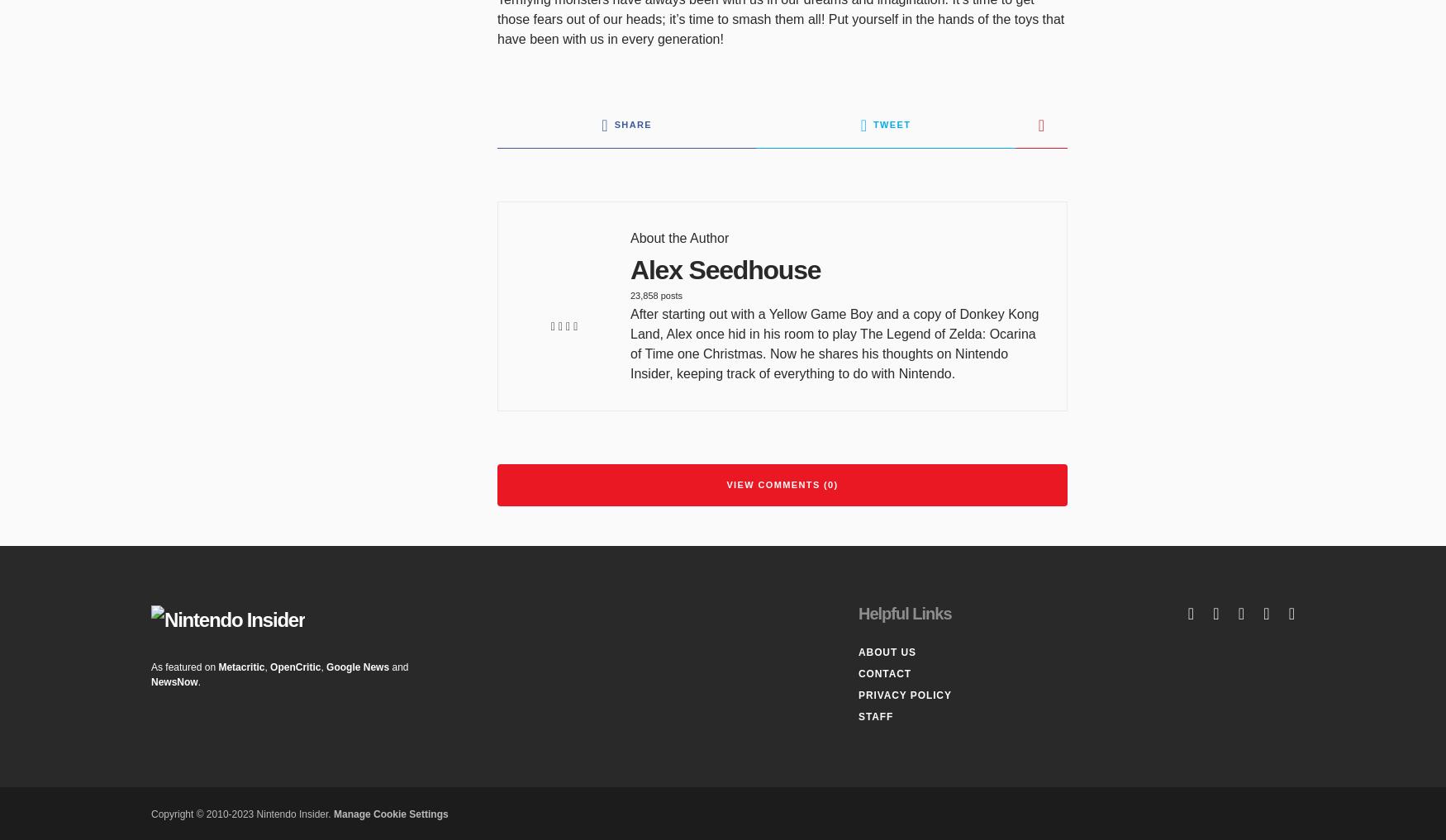  What do you see at coordinates (885, 673) in the screenshot?
I see `'Contact'` at bounding box center [885, 673].